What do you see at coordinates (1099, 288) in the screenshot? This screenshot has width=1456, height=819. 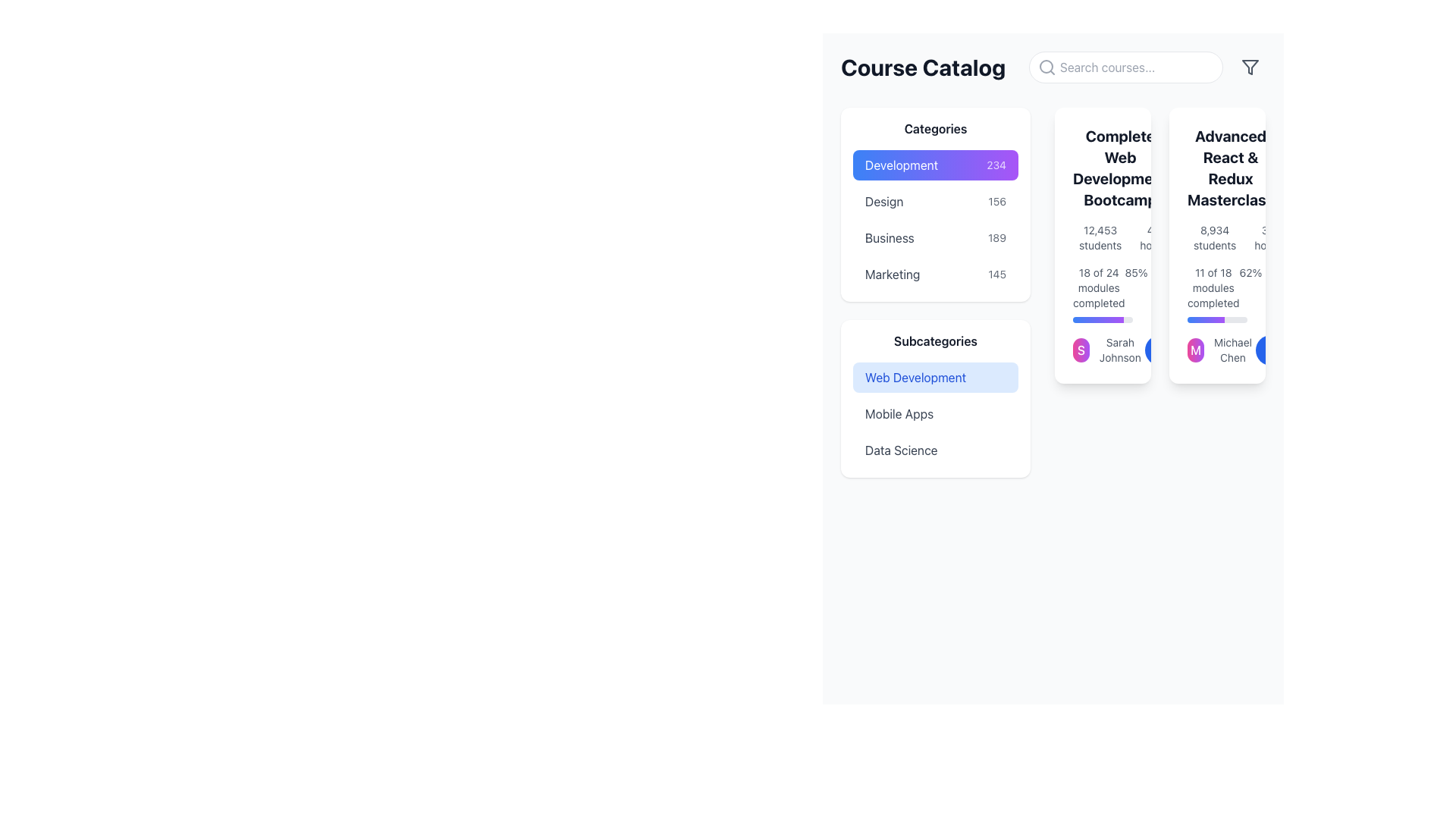 I see `the text label displaying progress information for the 'Complete Web Development Bootcamp' course, which is located below the course title and above the horizontal progress bar` at bounding box center [1099, 288].